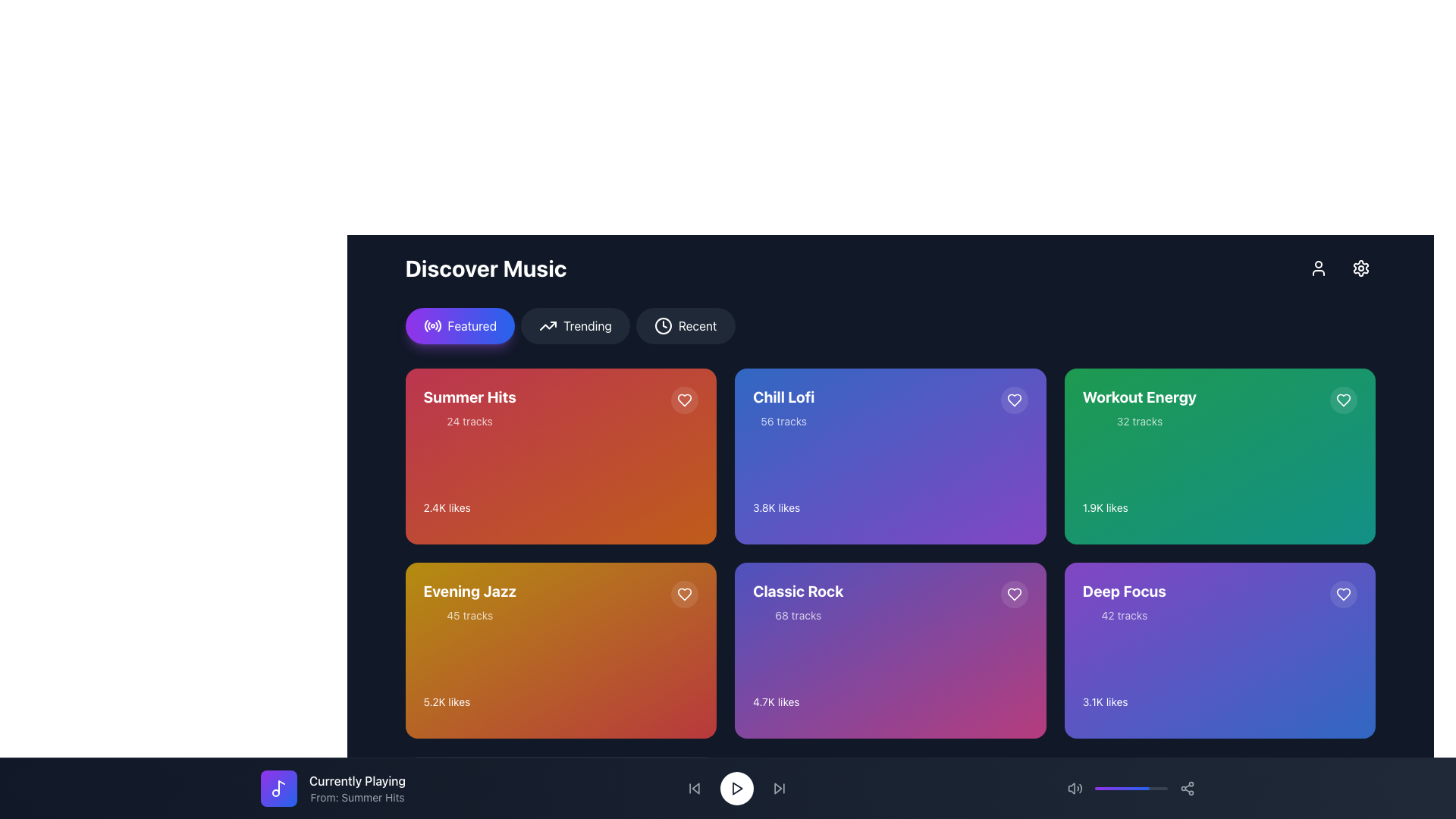  Describe the element at coordinates (548, 325) in the screenshot. I see `the zigzagging arrow icon in the top bar of the interface, which represents the 'Trending' segment, to trigger a tooltip or highlight` at that location.